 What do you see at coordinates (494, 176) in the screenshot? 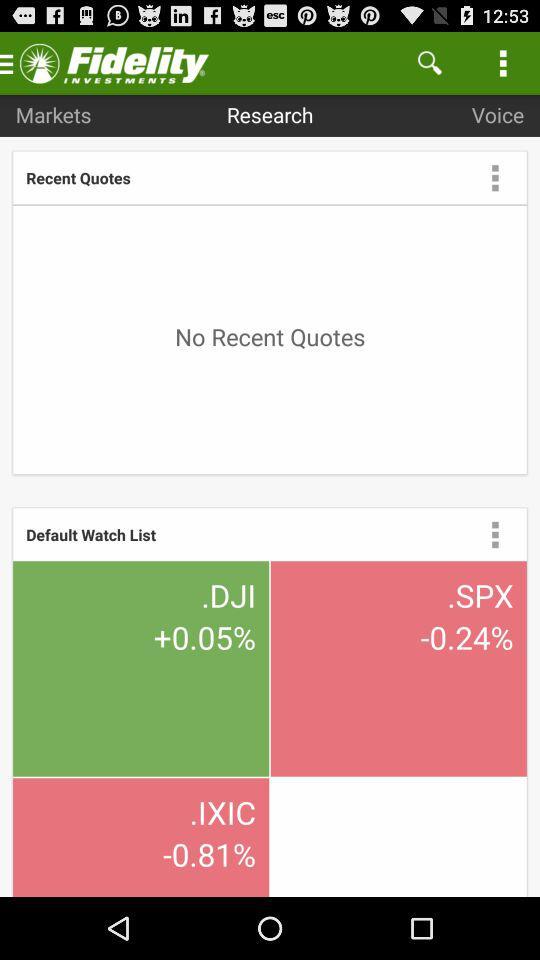
I see `menu drop box` at bounding box center [494, 176].